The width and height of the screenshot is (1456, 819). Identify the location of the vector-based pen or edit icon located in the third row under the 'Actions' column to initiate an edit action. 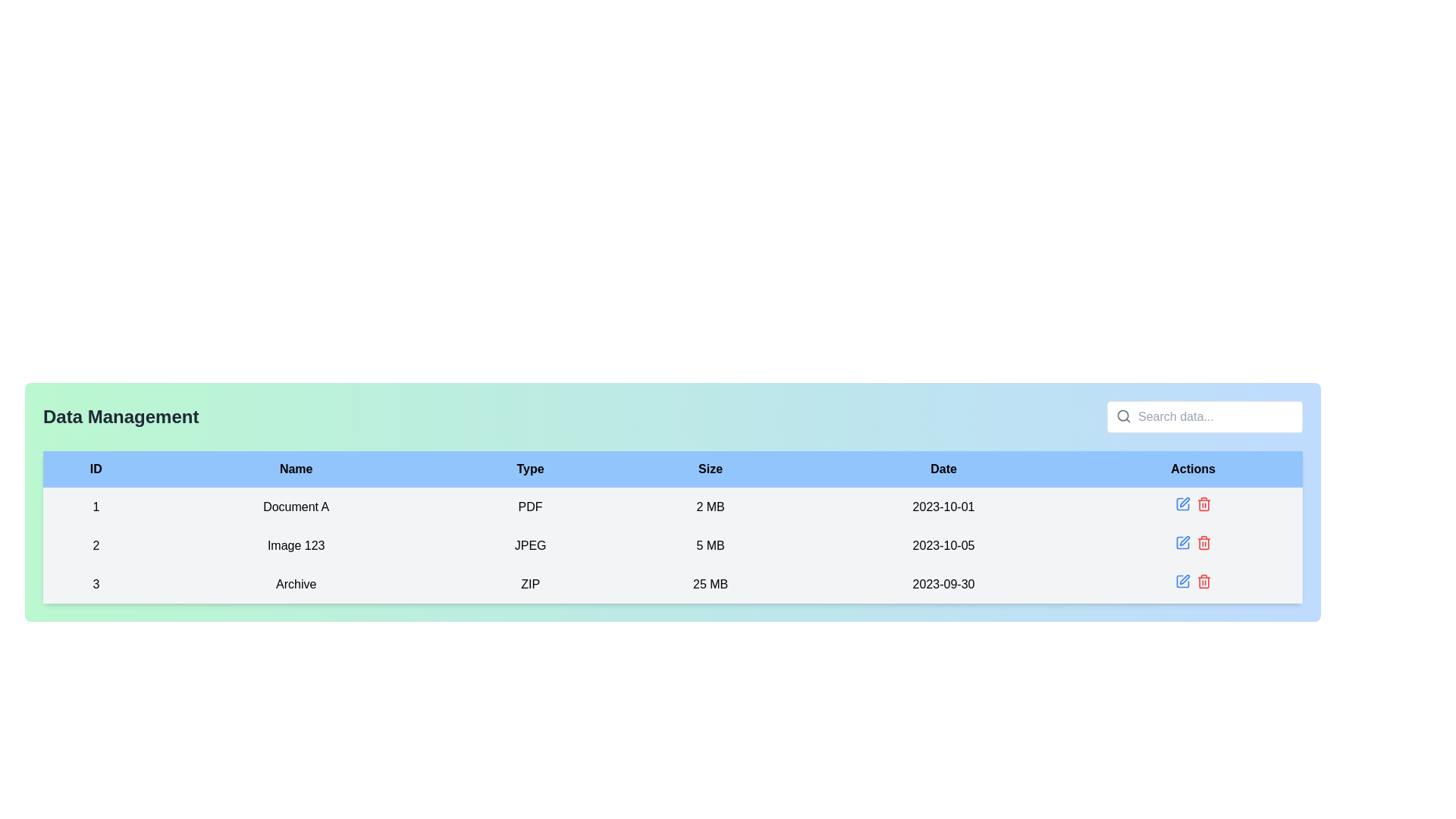
(1184, 579).